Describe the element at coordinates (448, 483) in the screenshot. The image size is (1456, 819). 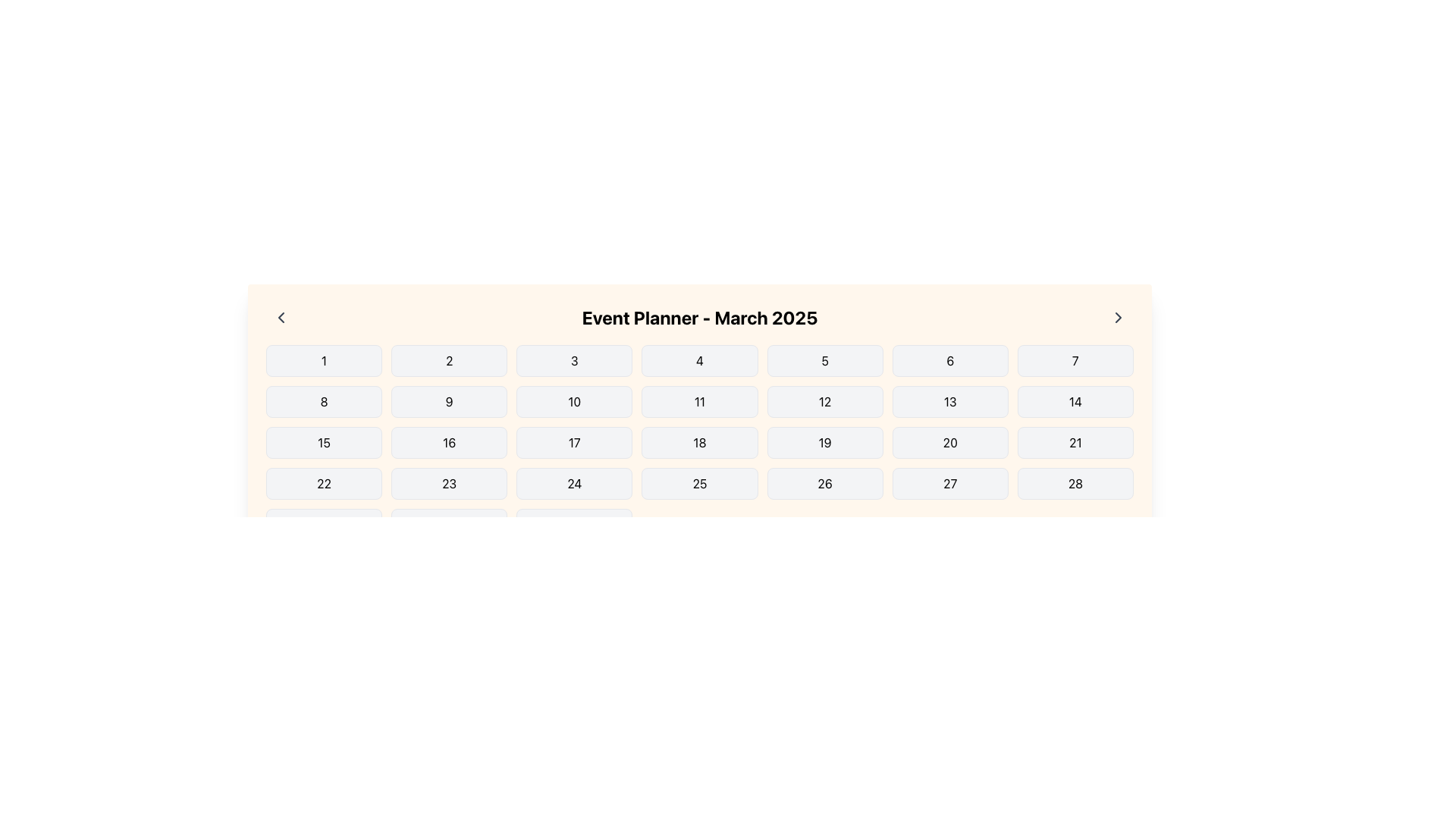
I see `the static text representing the 23rd day in the calendar view` at that location.